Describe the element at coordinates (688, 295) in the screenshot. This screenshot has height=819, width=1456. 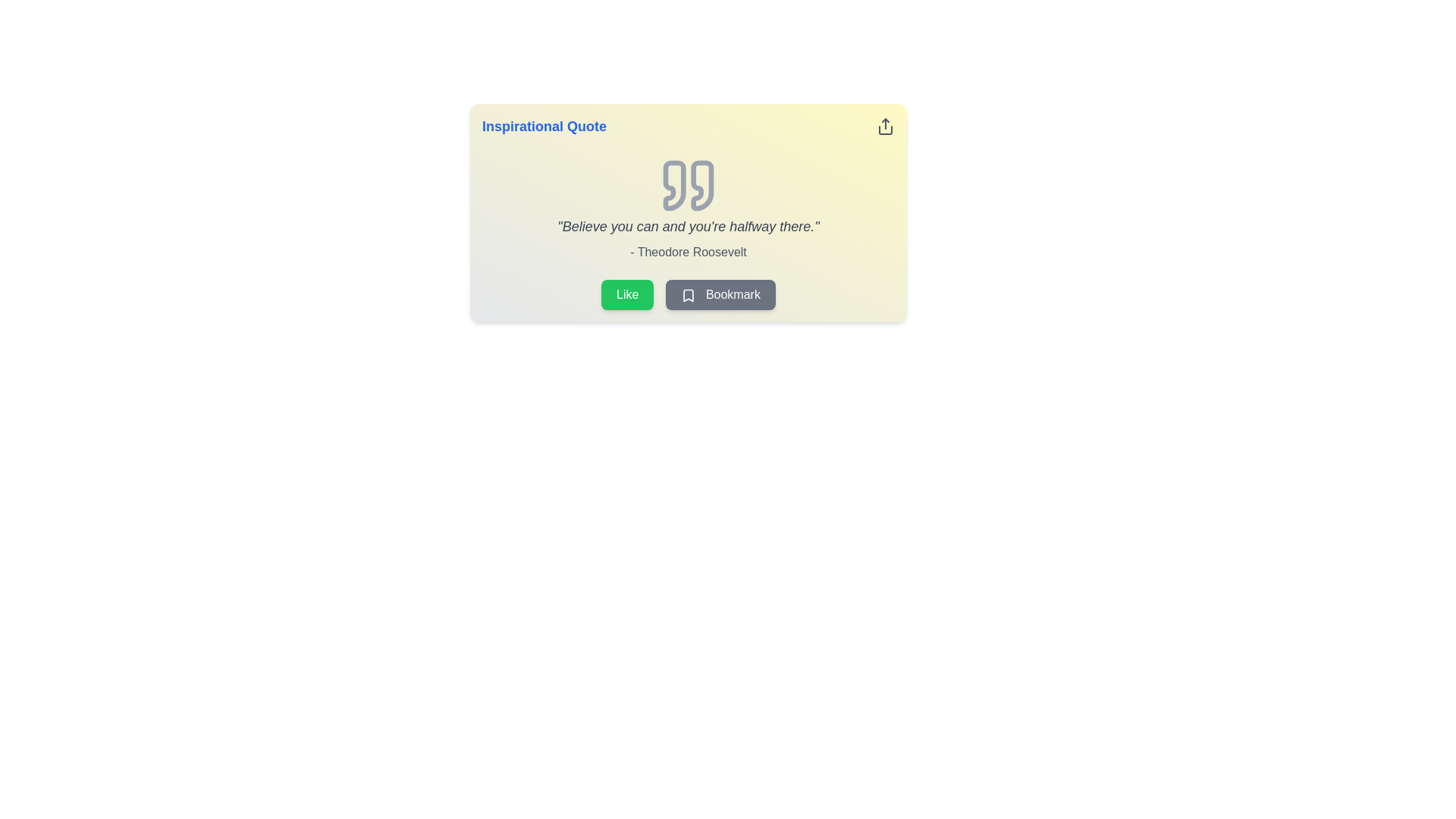
I see `the bookmark icon located inside the 'Bookmark' button at the bottom-right corner of the card` at that location.